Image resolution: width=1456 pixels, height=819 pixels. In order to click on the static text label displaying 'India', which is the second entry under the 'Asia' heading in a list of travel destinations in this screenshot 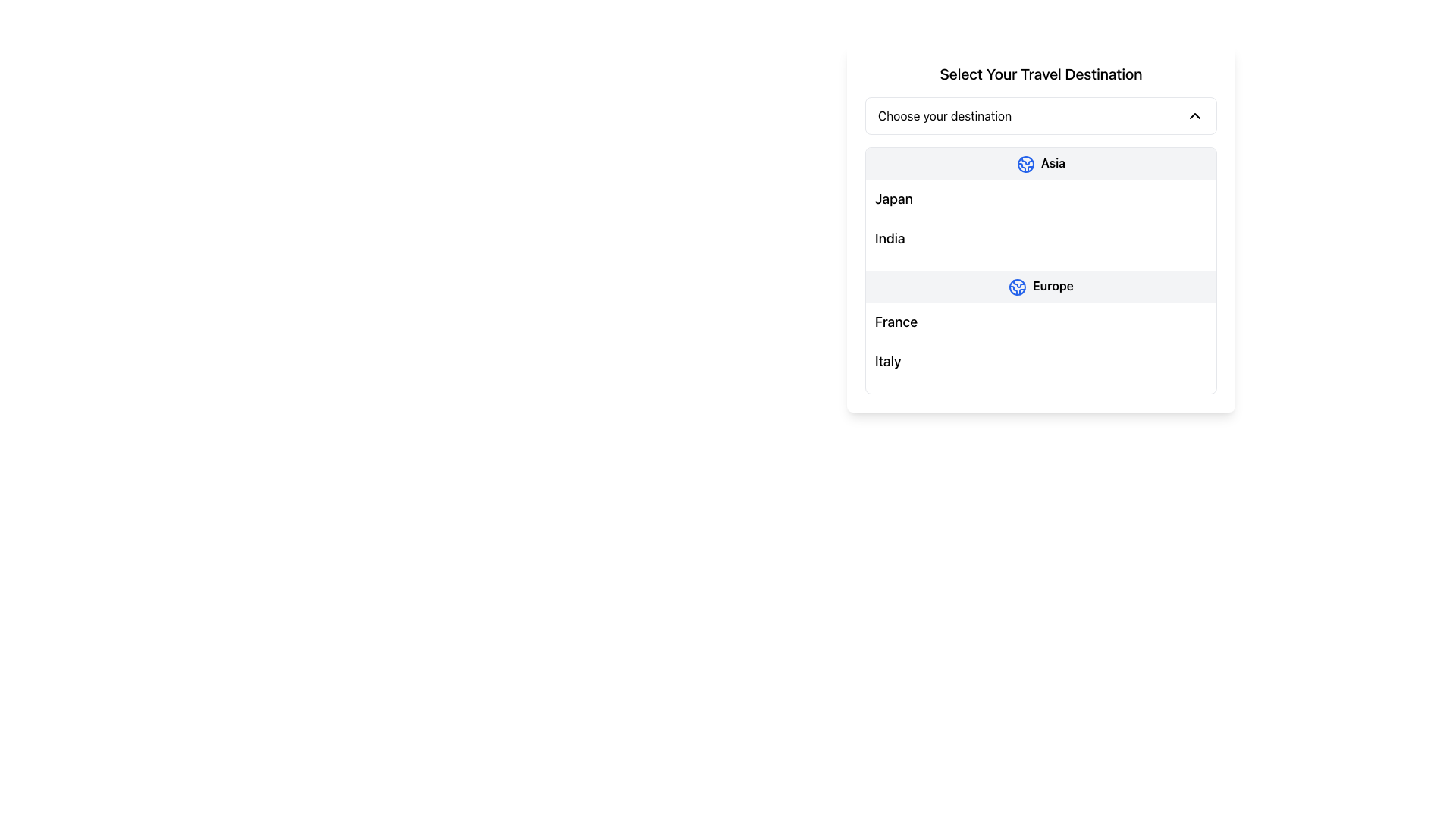, I will do `click(890, 238)`.